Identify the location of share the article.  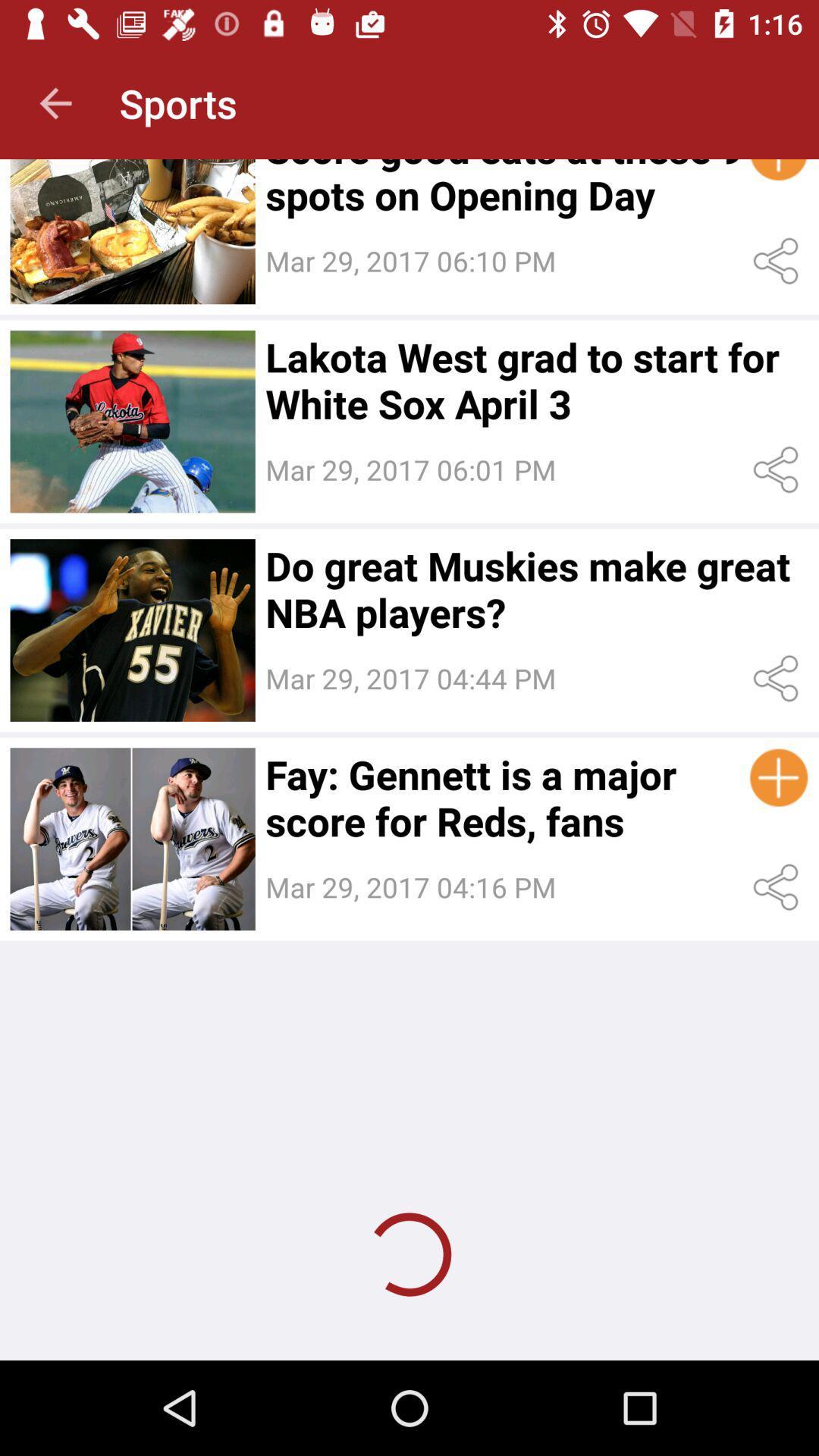
(779, 678).